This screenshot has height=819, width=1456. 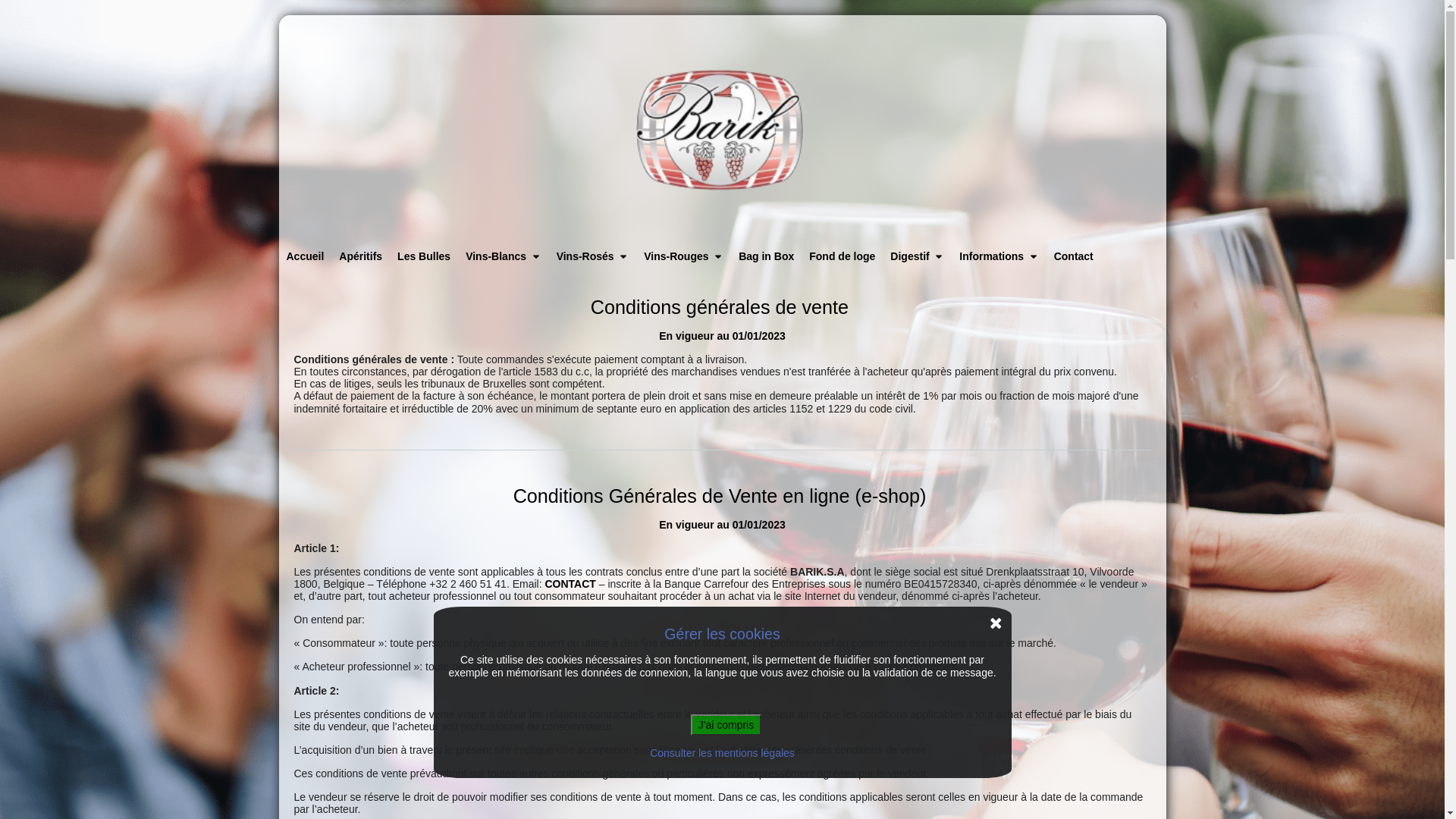 What do you see at coordinates (305, 256) in the screenshot?
I see `'Accueil'` at bounding box center [305, 256].